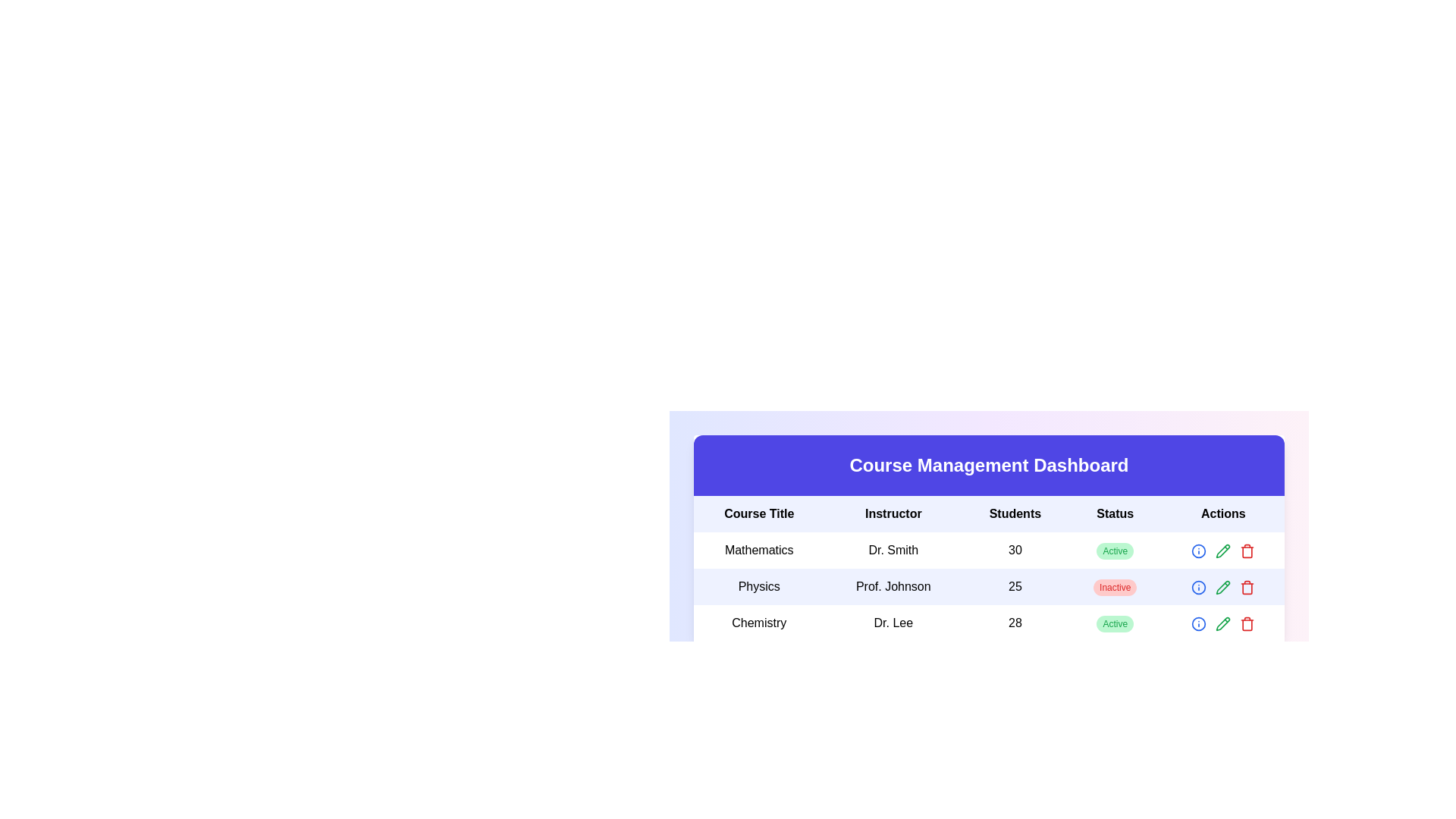  I want to click on the static text element displaying the number '28' in the 'Students' column of the Chemistry row associated with Dr. Lee, so click(1015, 623).